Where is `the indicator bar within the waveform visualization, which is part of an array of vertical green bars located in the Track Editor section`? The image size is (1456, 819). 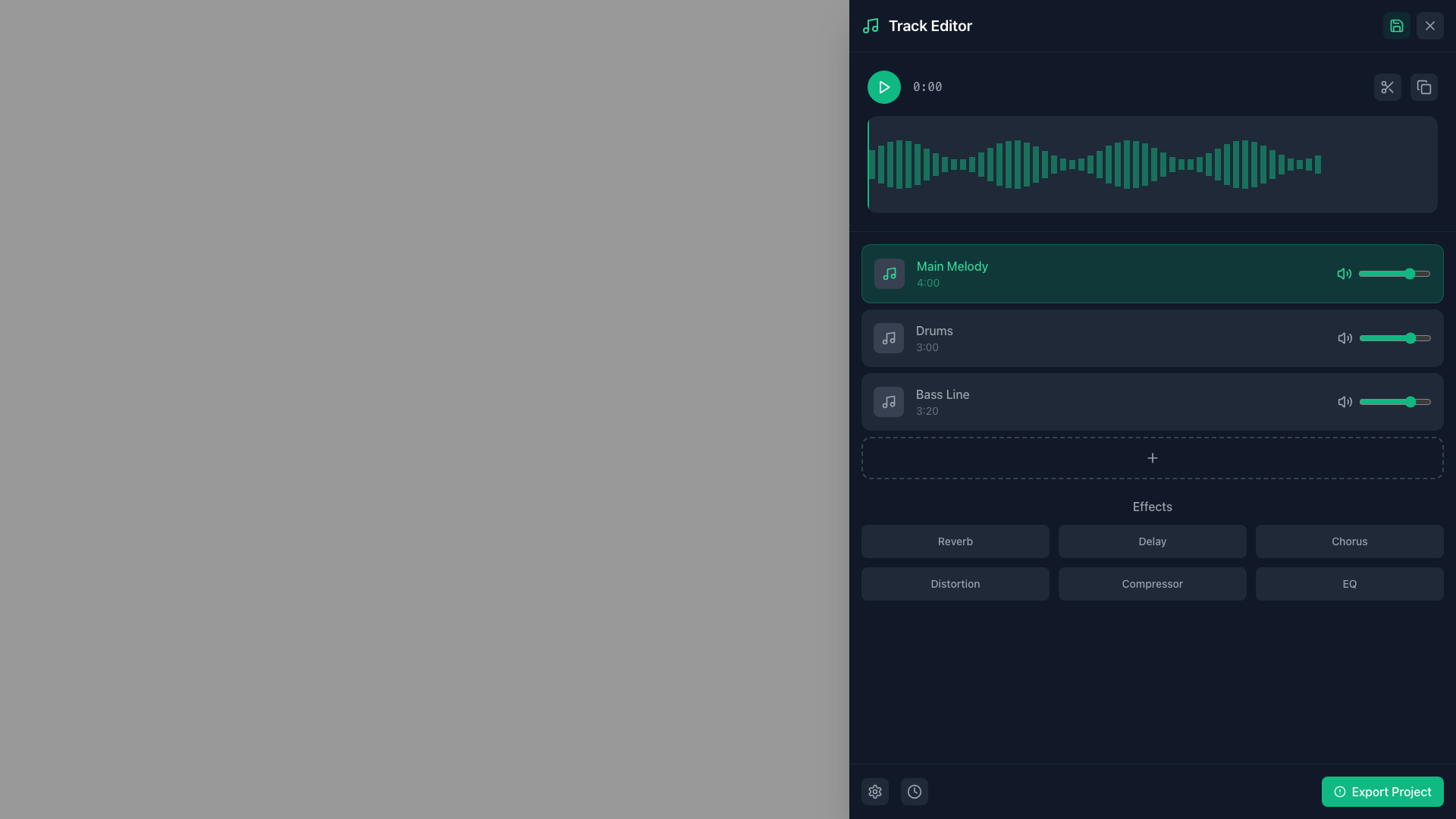
the indicator bar within the waveform visualization, which is part of an array of vertical green bars located in the Track Editor section is located at coordinates (1053, 164).